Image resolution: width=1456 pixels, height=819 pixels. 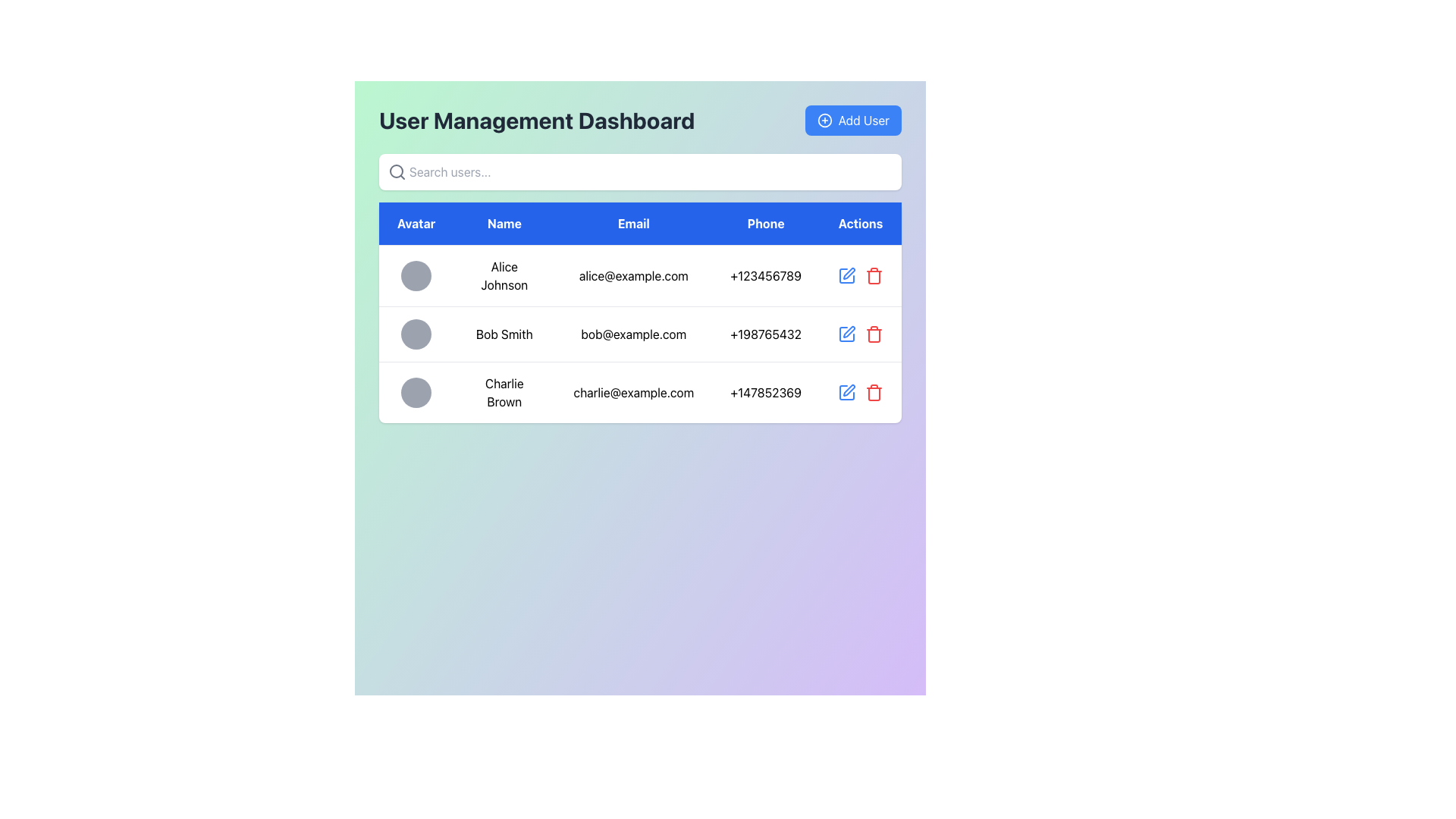 What do you see at coordinates (504, 391) in the screenshot?
I see `displayed text from the text label that reads 'Charlie Brown', which is centered in its cell within the tabular layout` at bounding box center [504, 391].